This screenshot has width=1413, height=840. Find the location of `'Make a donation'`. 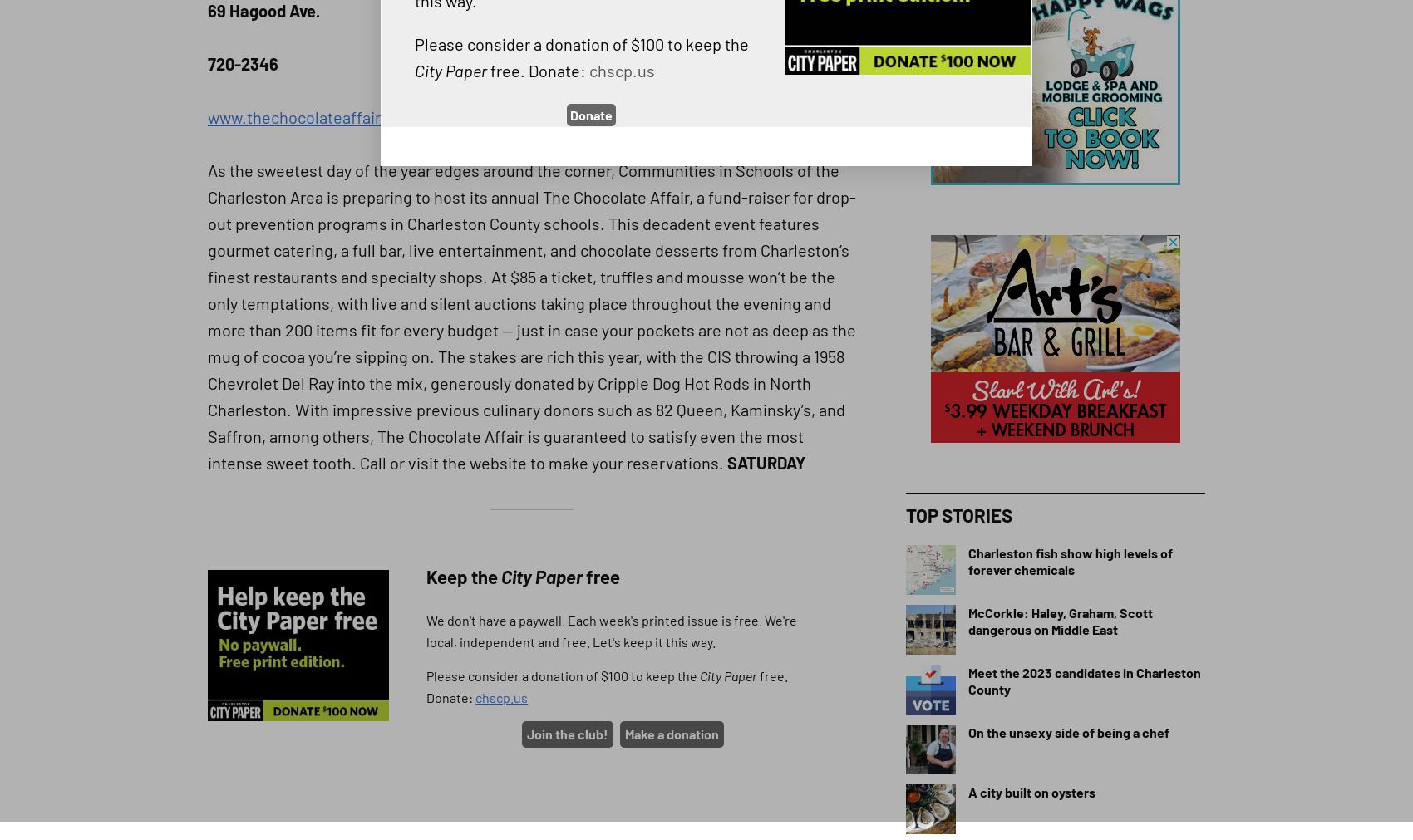

'Make a donation' is located at coordinates (670, 734).